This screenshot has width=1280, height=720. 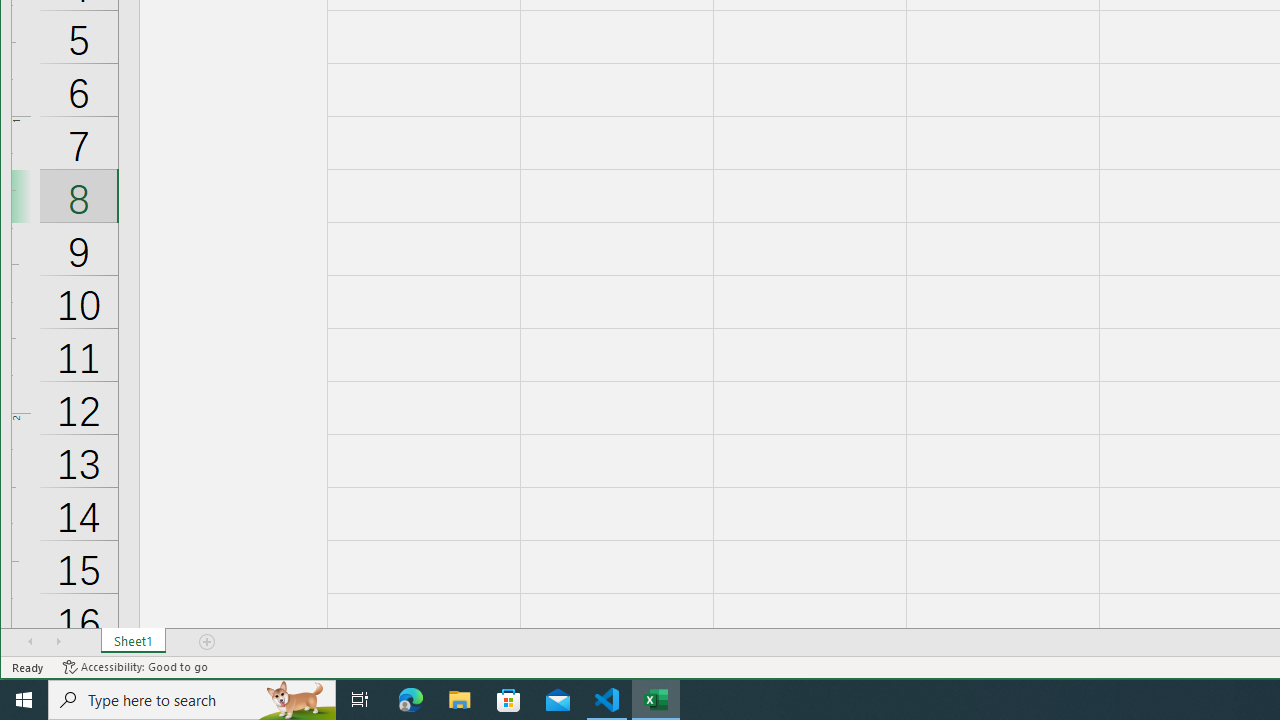 What do you see at coordinates (656, 698) in the screenshot?
I see `'Excel - 1 running window'` at bounding box center [656, 698].